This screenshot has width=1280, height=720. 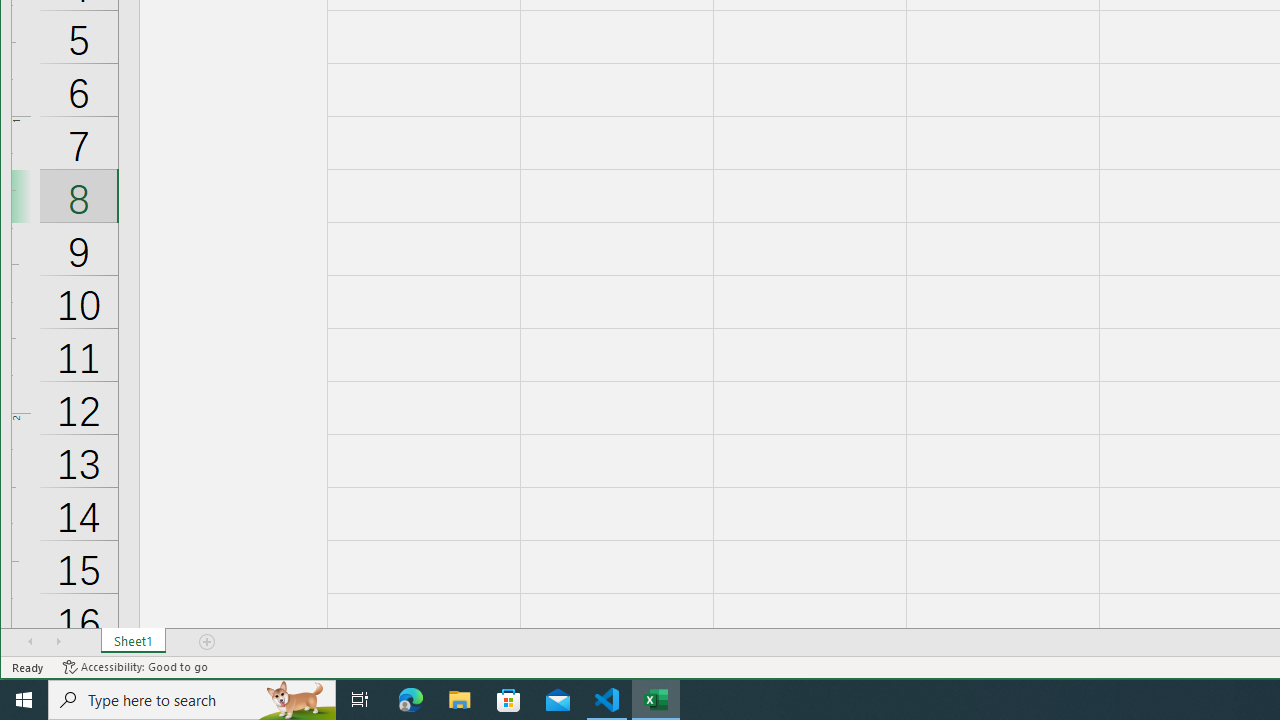 What do you see at coordinates (656, 698) in the screenshot?
I see `'Excel - 1 running window'` at bounding box center [656, 698].